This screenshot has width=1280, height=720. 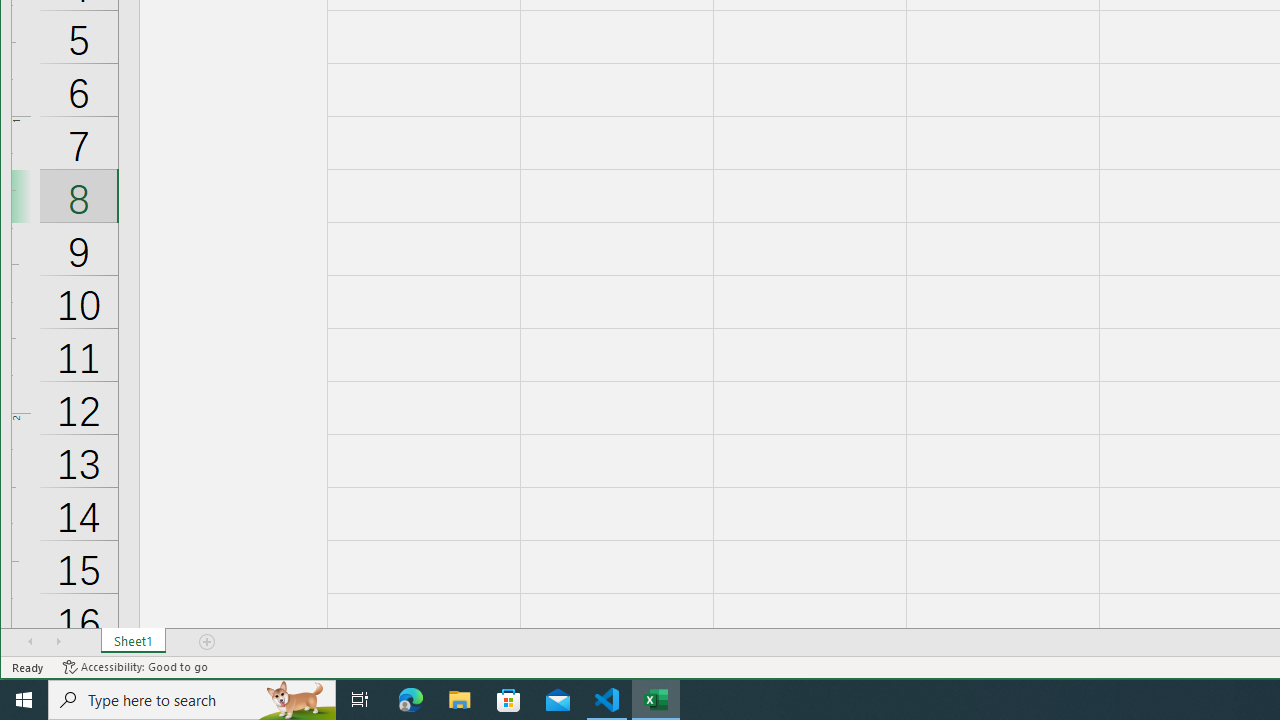 What do you see at coordinates (656, 698) in the screenshot?
I see `'Excel - 1 running window'` at bounding box center [656, 698].